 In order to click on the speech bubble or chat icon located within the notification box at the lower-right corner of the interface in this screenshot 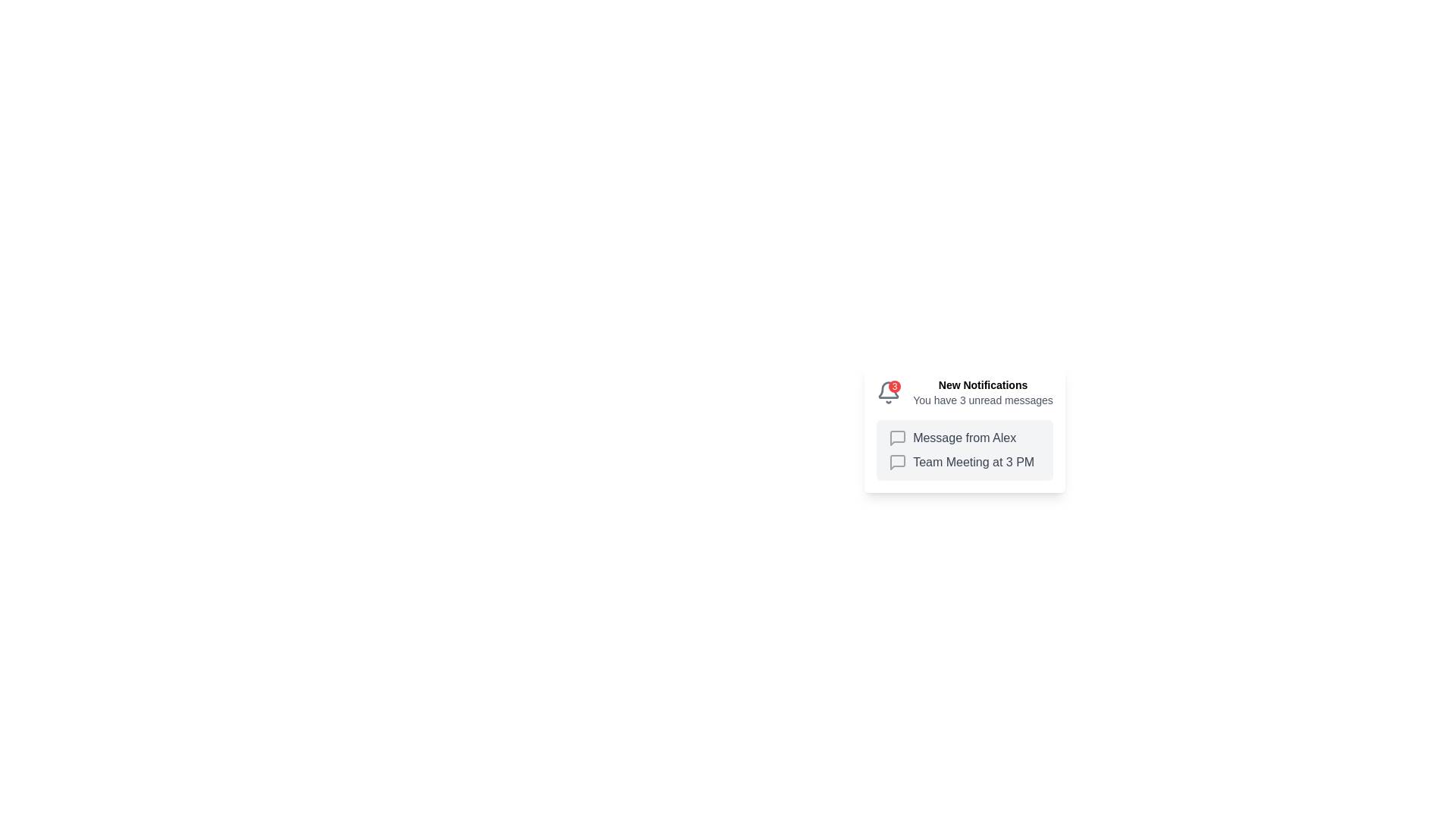, I will do `click(898, 461)`.